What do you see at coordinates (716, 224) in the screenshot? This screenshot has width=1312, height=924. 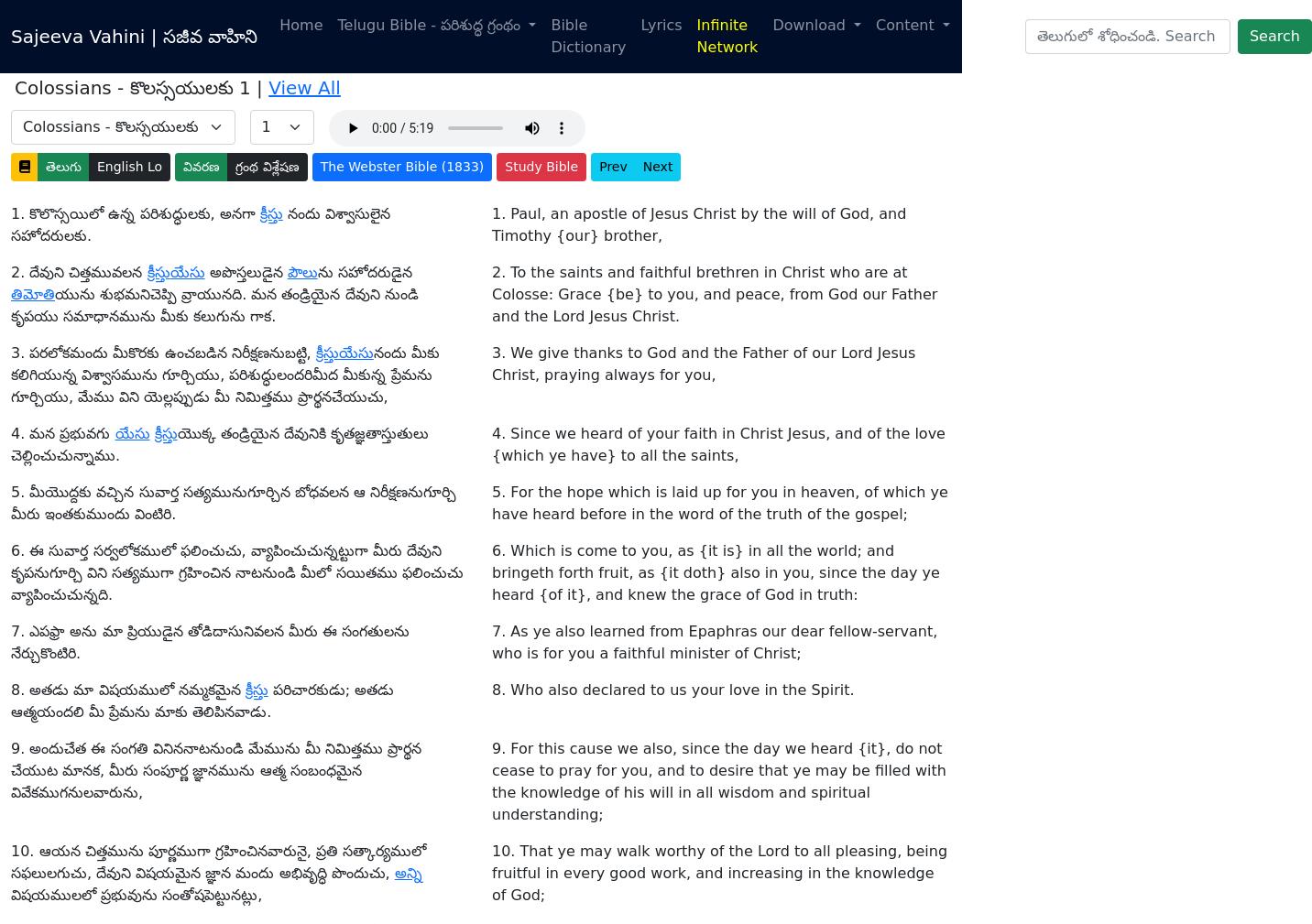 I see `'25.  Of which I am made a minister, according to the dispensation of God which is given to me for you, to fulfill the word of God;'` at bounding box center [716, 224].